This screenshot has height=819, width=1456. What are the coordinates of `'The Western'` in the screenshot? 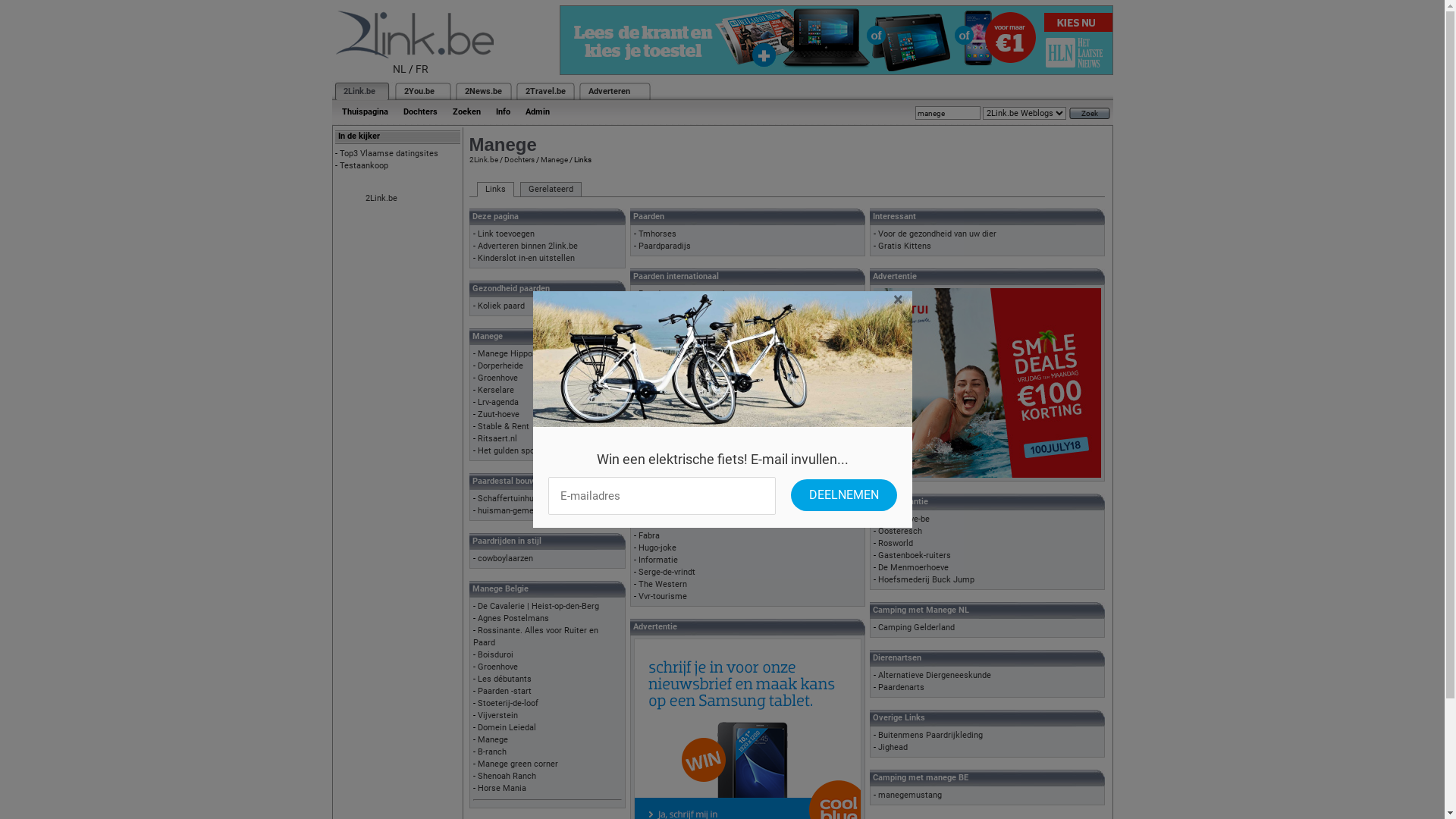 It's located at (662, 583).